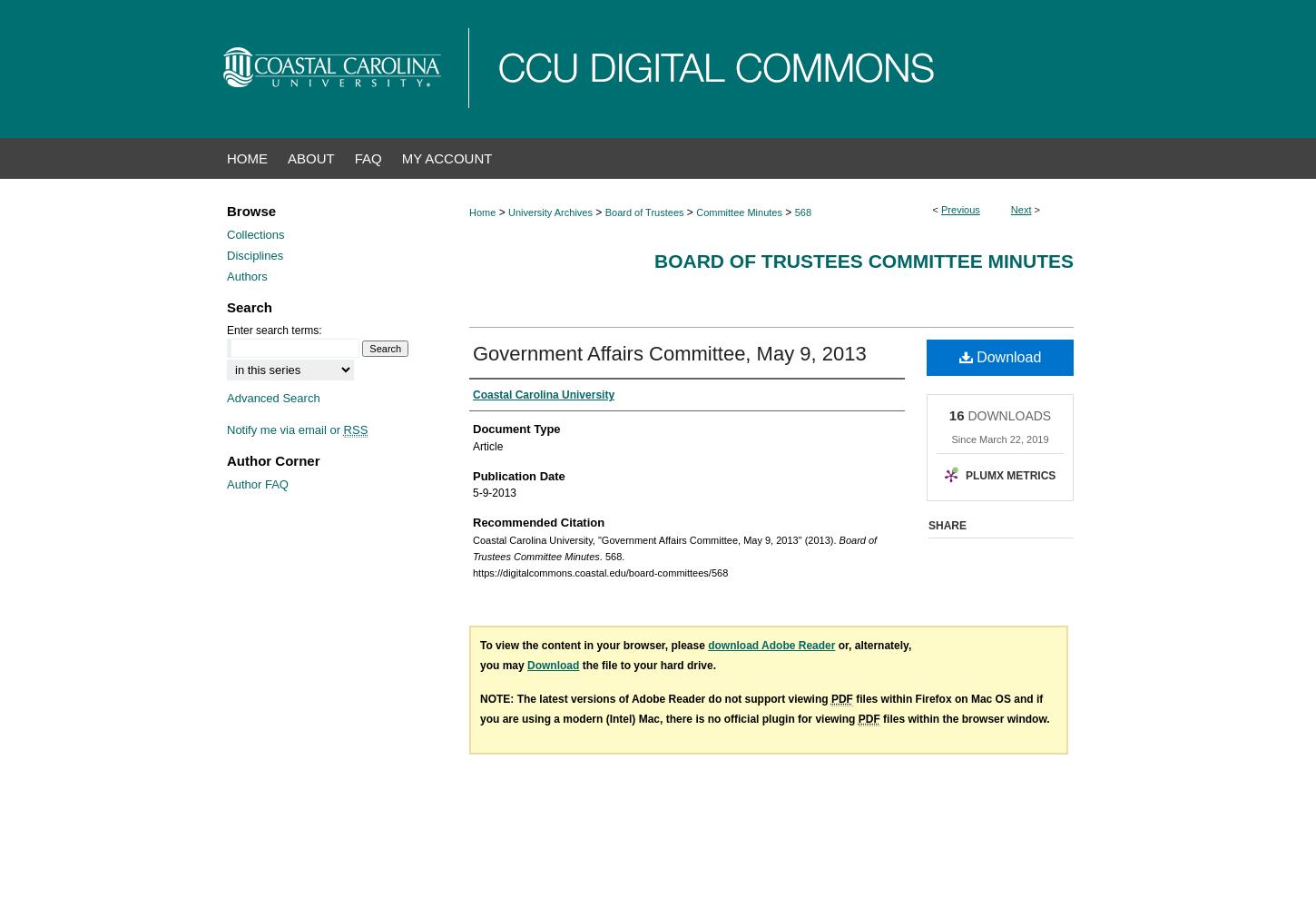 This screenshot has width=1316, height=908. I want to click on 'Recommended Citation', so click(538, 521).